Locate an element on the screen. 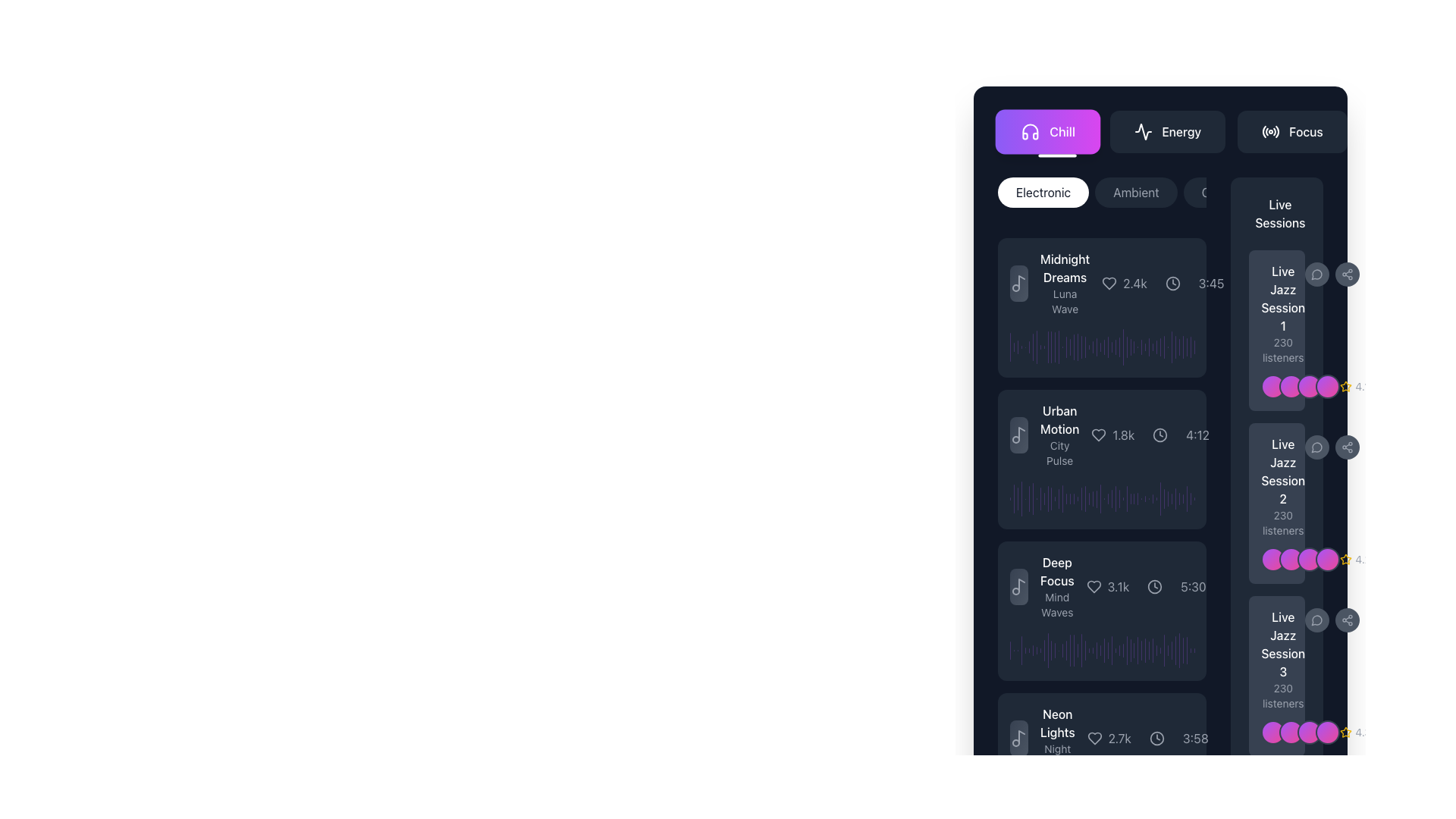  the rounded rectangular icon with a gradient dark gray background that contains a light gray musical note graphic, located in the left sidebar near the text 'Midnight Dreams' and 'Luna Wave' is located at coordinates (1019, 284).